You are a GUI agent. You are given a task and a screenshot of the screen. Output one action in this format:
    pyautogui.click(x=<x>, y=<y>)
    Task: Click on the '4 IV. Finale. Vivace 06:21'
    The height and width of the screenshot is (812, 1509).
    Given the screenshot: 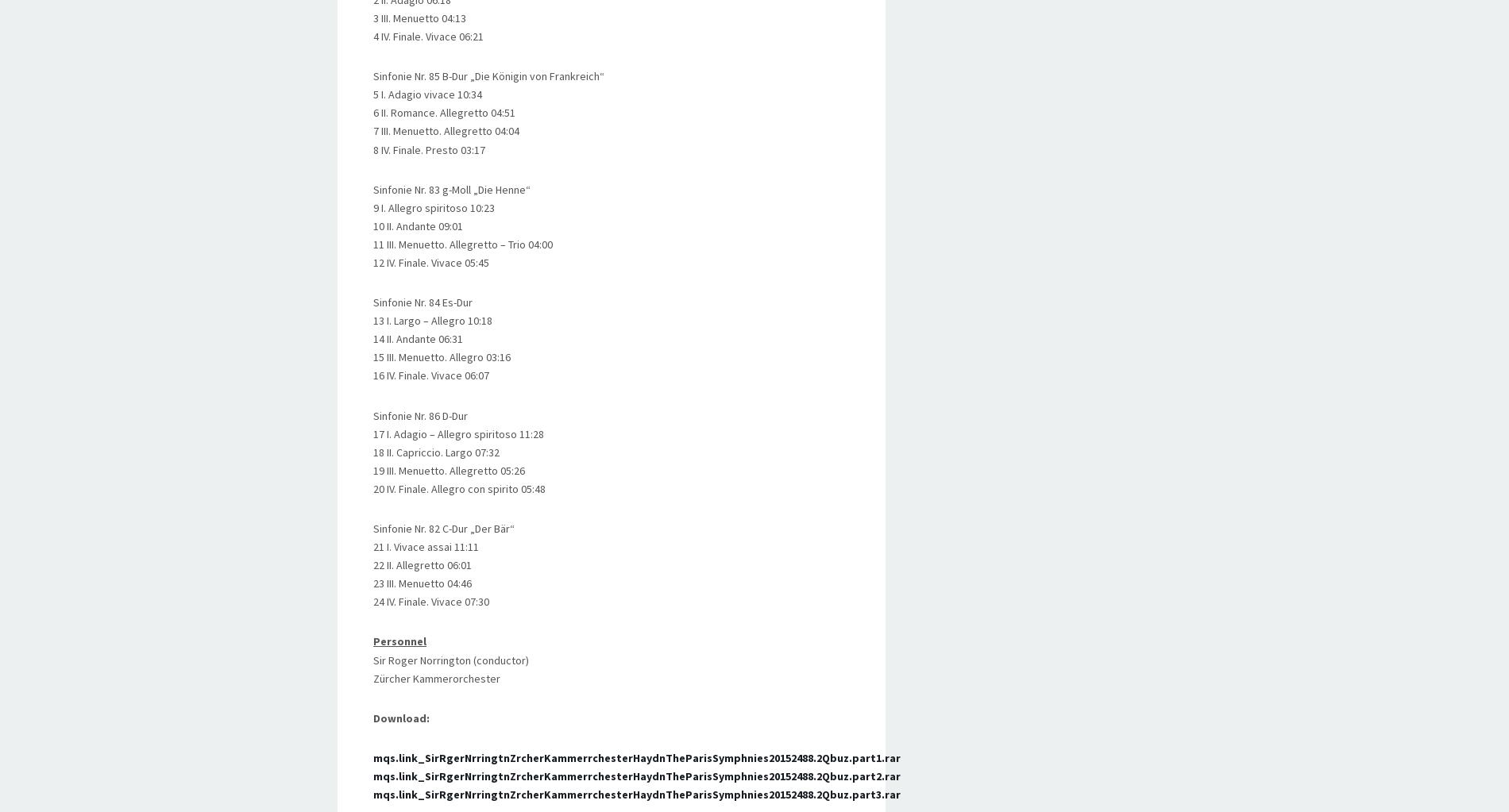 What is the action you would take?
    pyautogui.click(x=428, y=36)
    